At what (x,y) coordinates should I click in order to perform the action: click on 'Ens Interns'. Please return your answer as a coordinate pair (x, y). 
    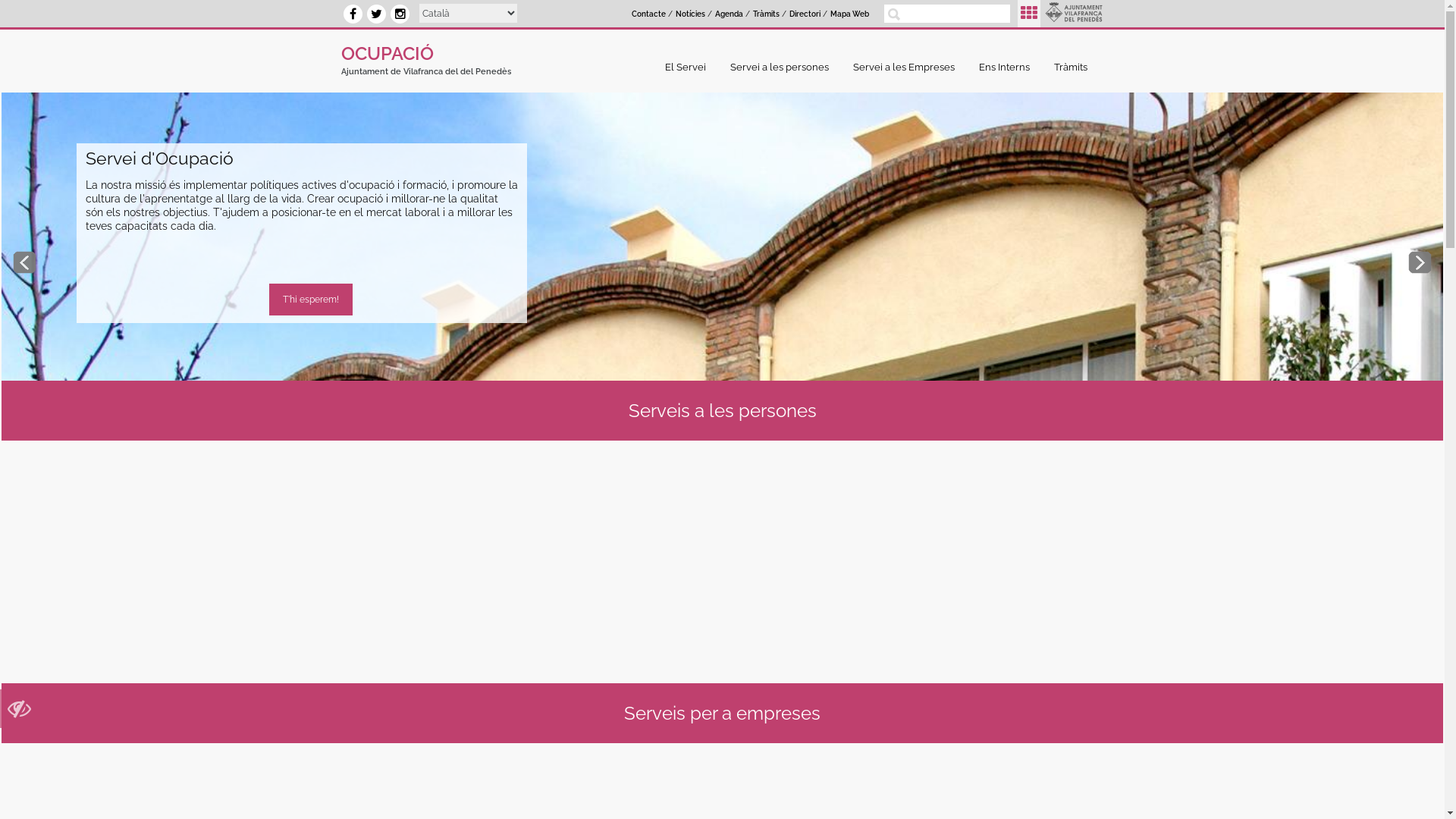
    Looking at the image, I should click on (1008, 66).